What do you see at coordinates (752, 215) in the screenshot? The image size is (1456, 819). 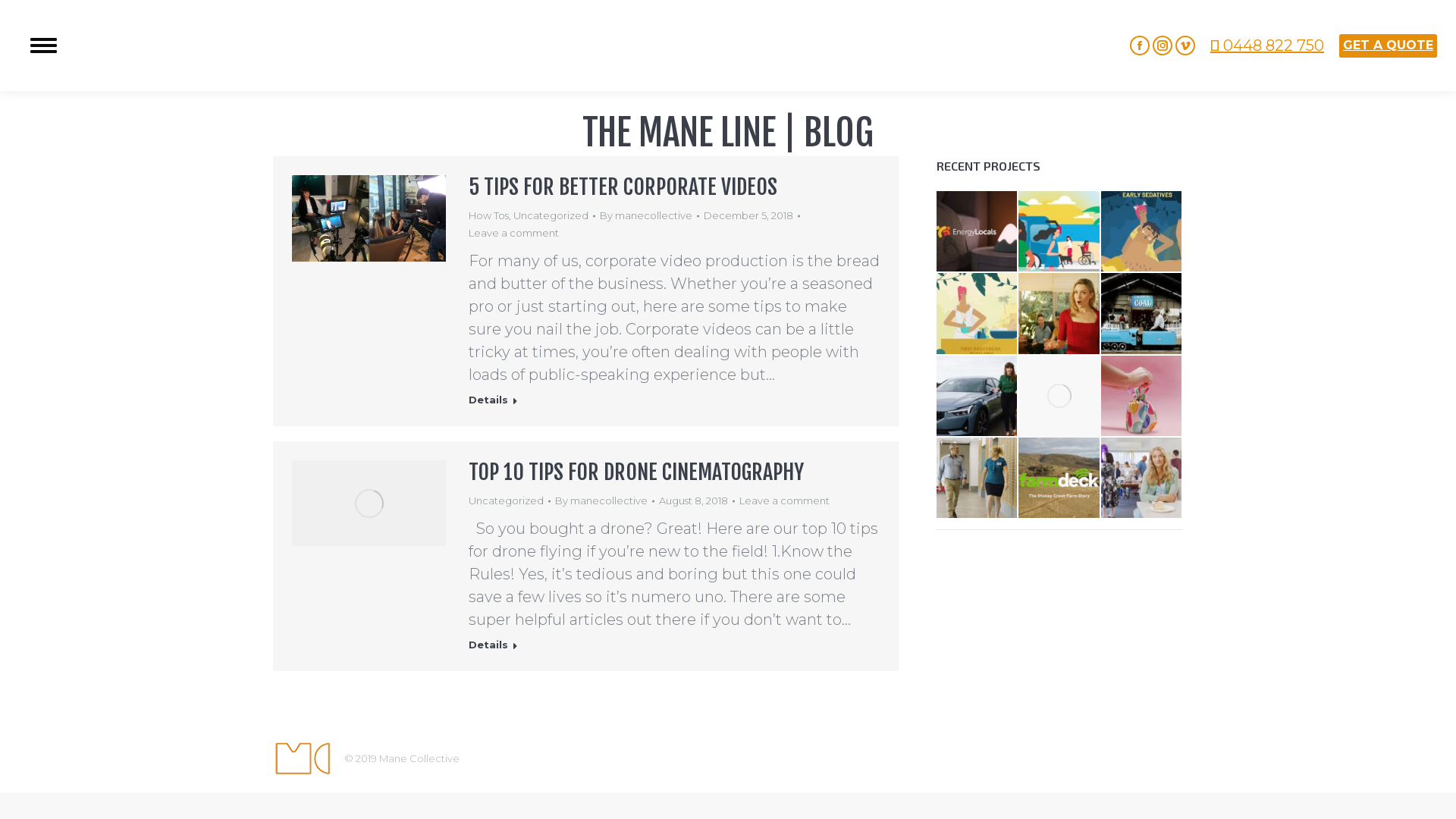 I see `'December 5, 2018'` at bounding box center [752, 215].